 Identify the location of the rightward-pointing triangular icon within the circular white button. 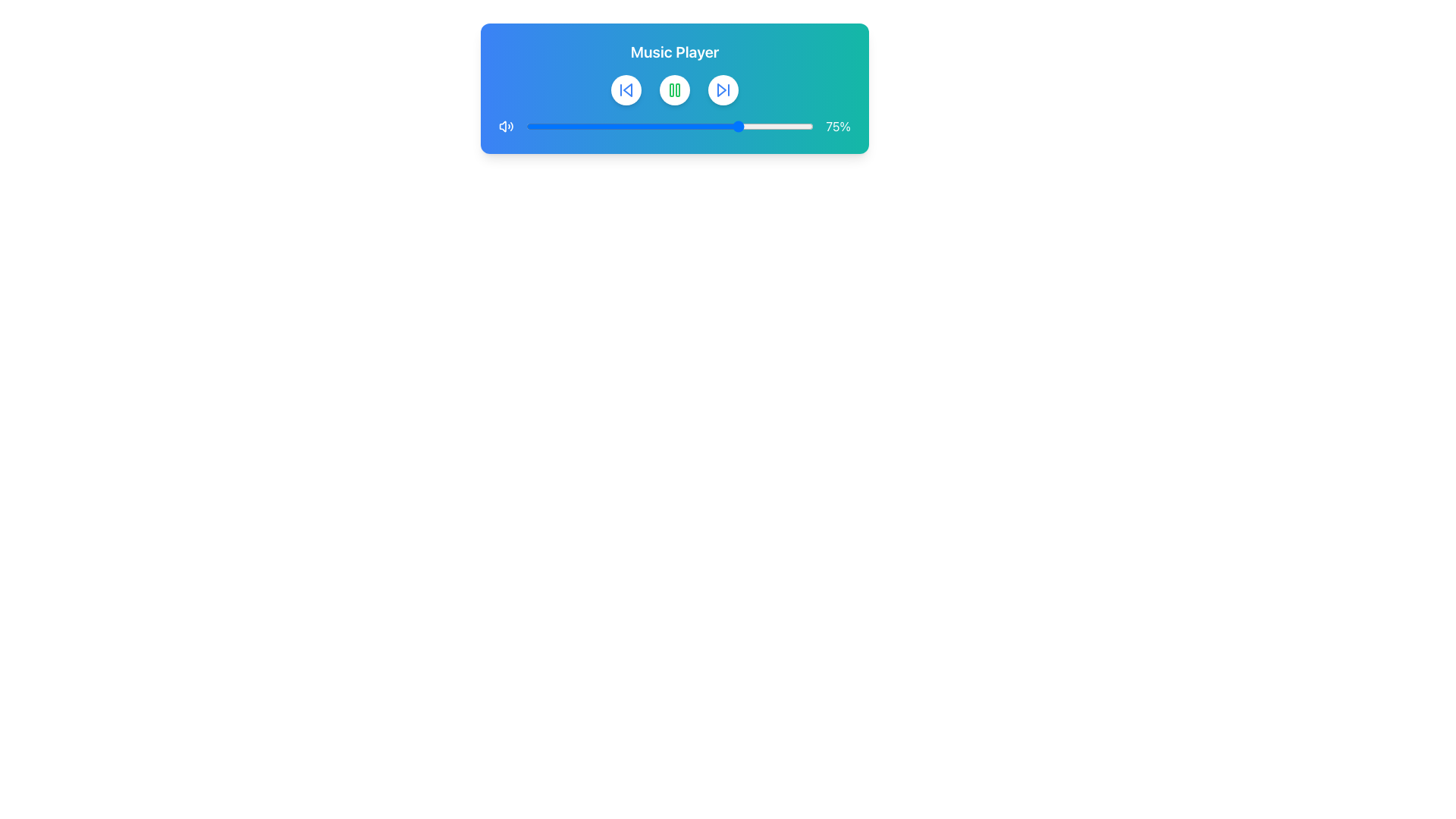
(723, 90).